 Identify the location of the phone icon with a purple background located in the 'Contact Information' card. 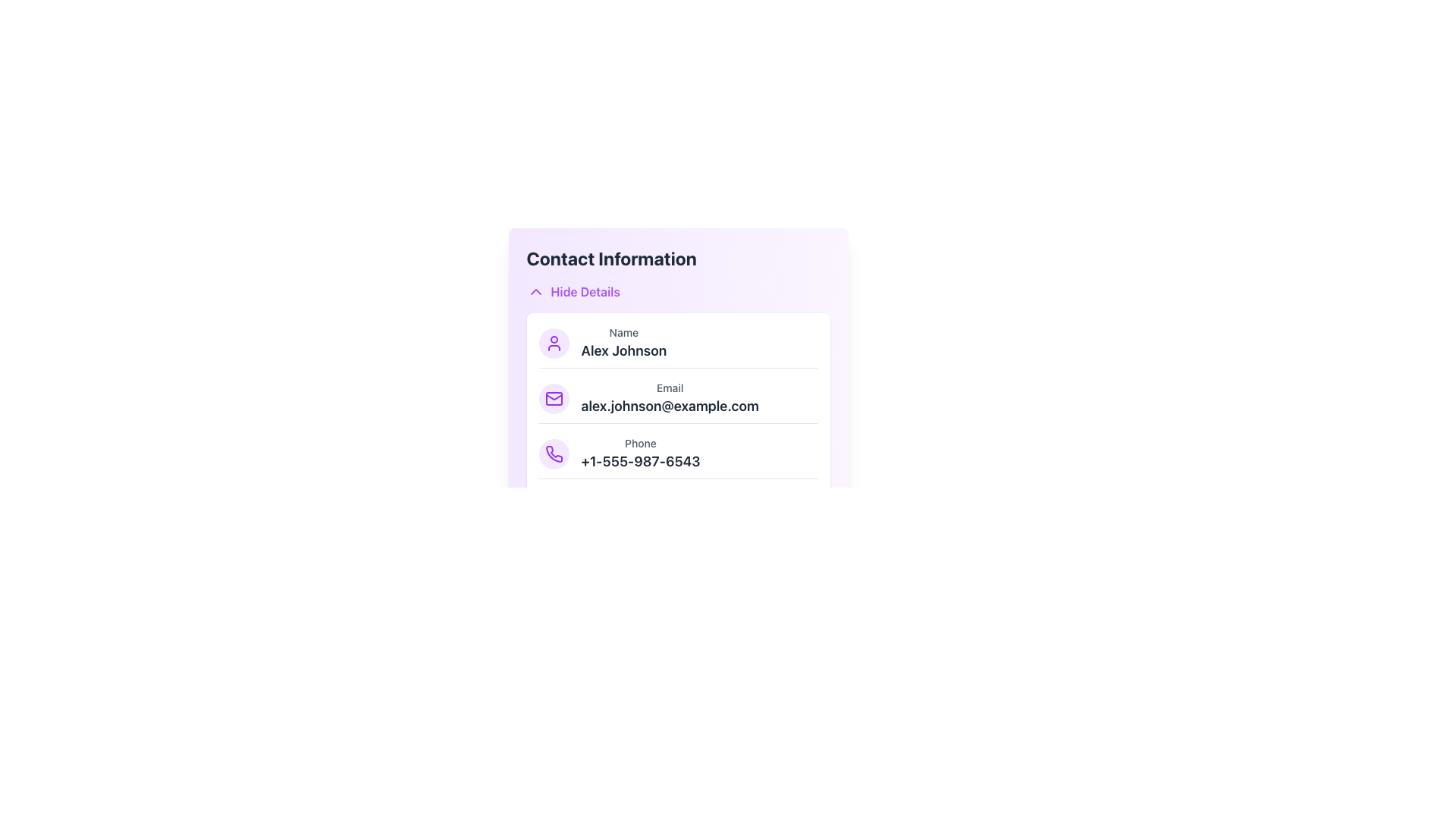
(553, 453).